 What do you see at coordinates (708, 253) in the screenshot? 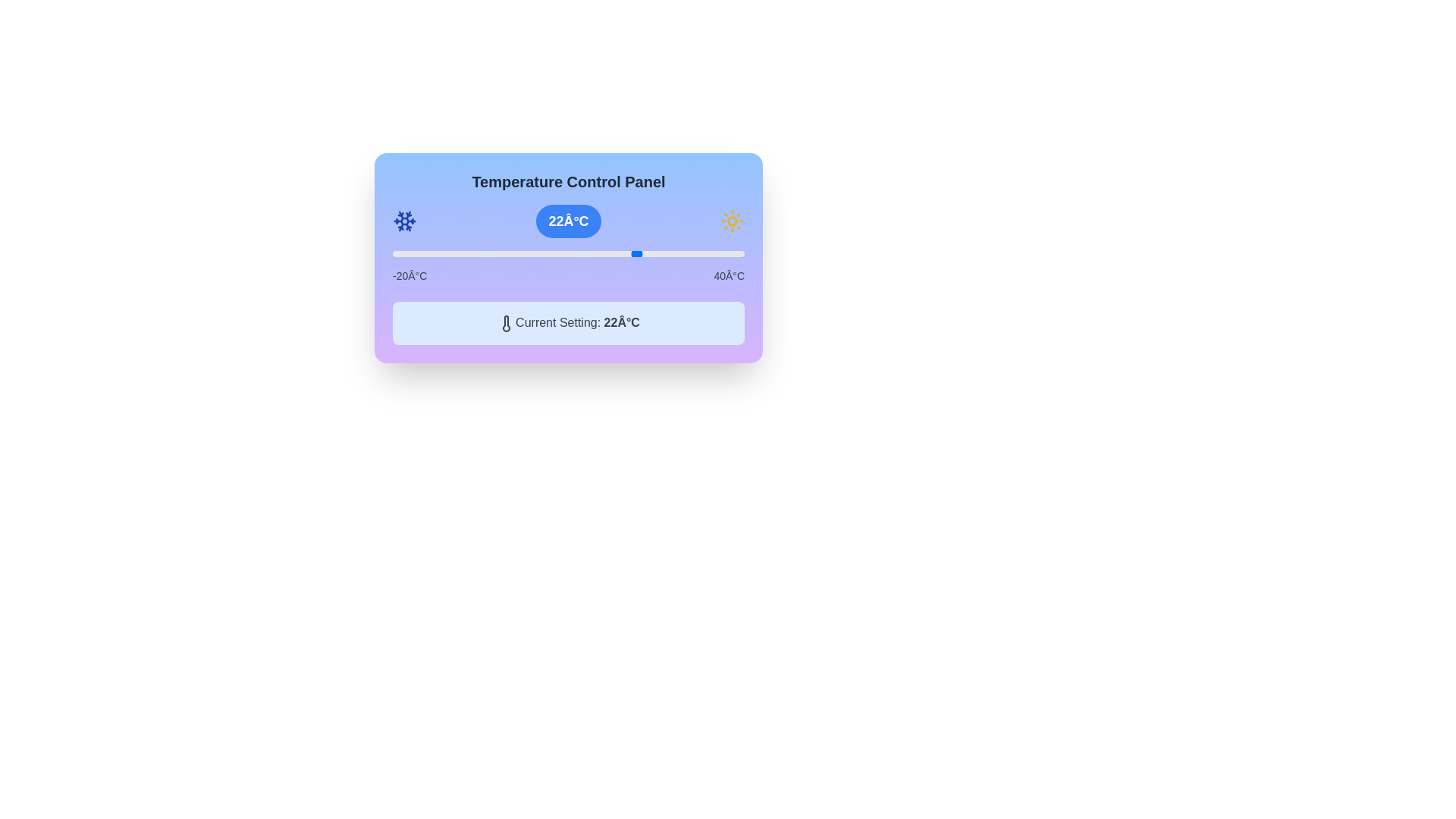
I see `the slider to set the temperature to 34°C` at bounding box center [708, 253].